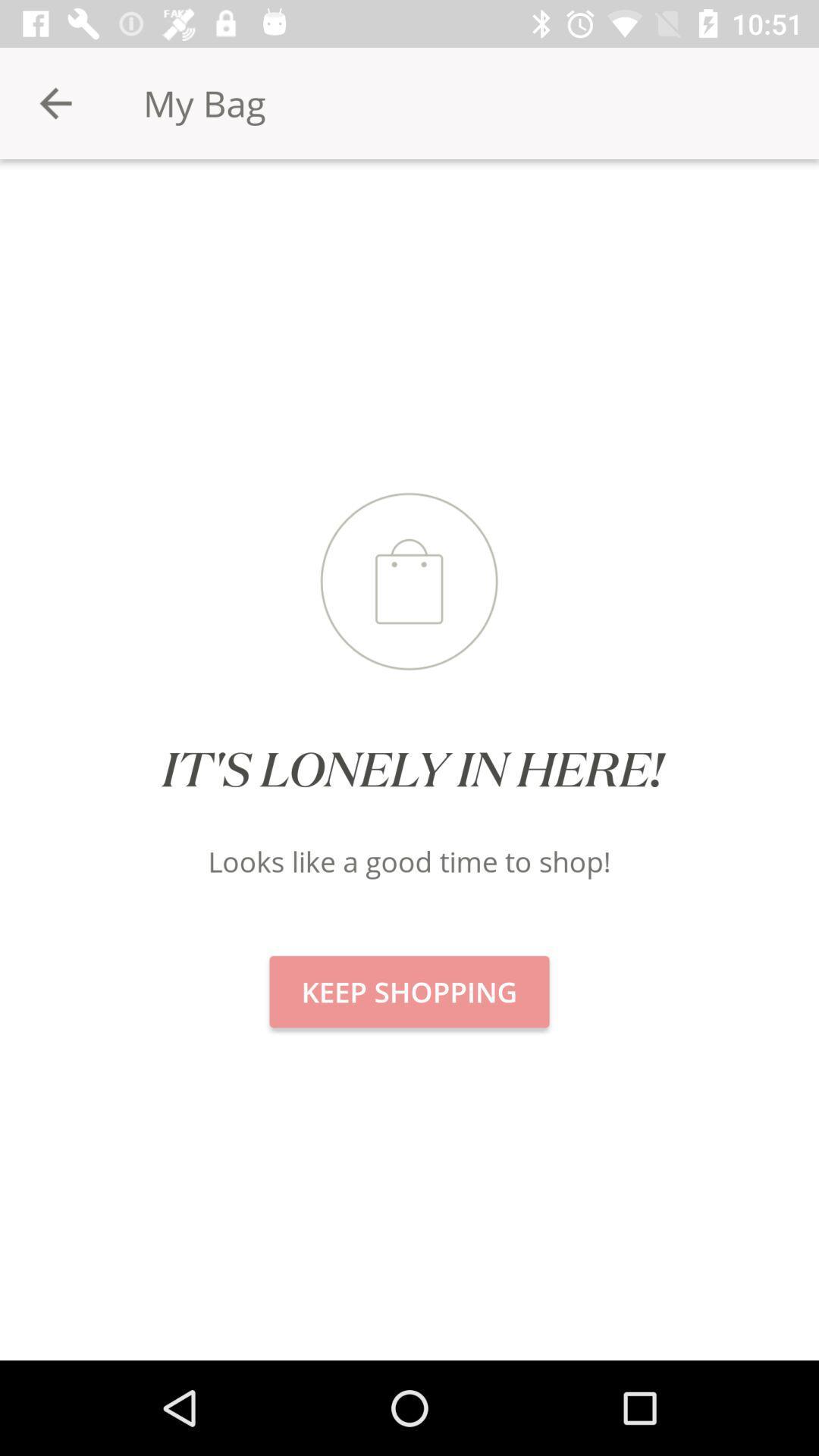 The image size is (819, 1456). I want to click on icon to the left of my bag item, so click(55, 102).